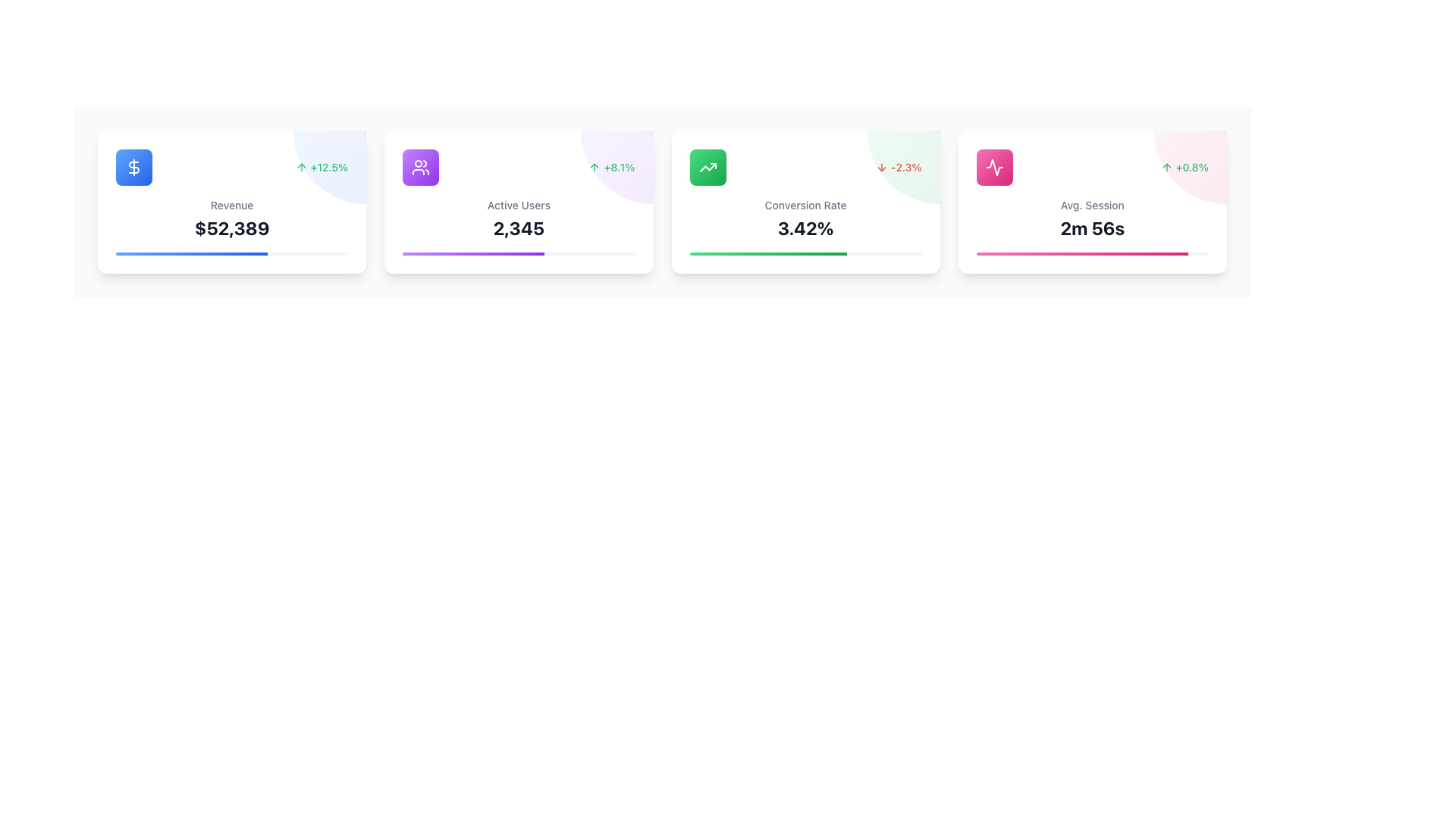 This screenshot has height=819, width=1456. Describe the element at coordinates (1092, 253) in the screenshot. I see `the slim, horizontal progress bar located in the bottom section of the 'Avg. Session' card` at that location.